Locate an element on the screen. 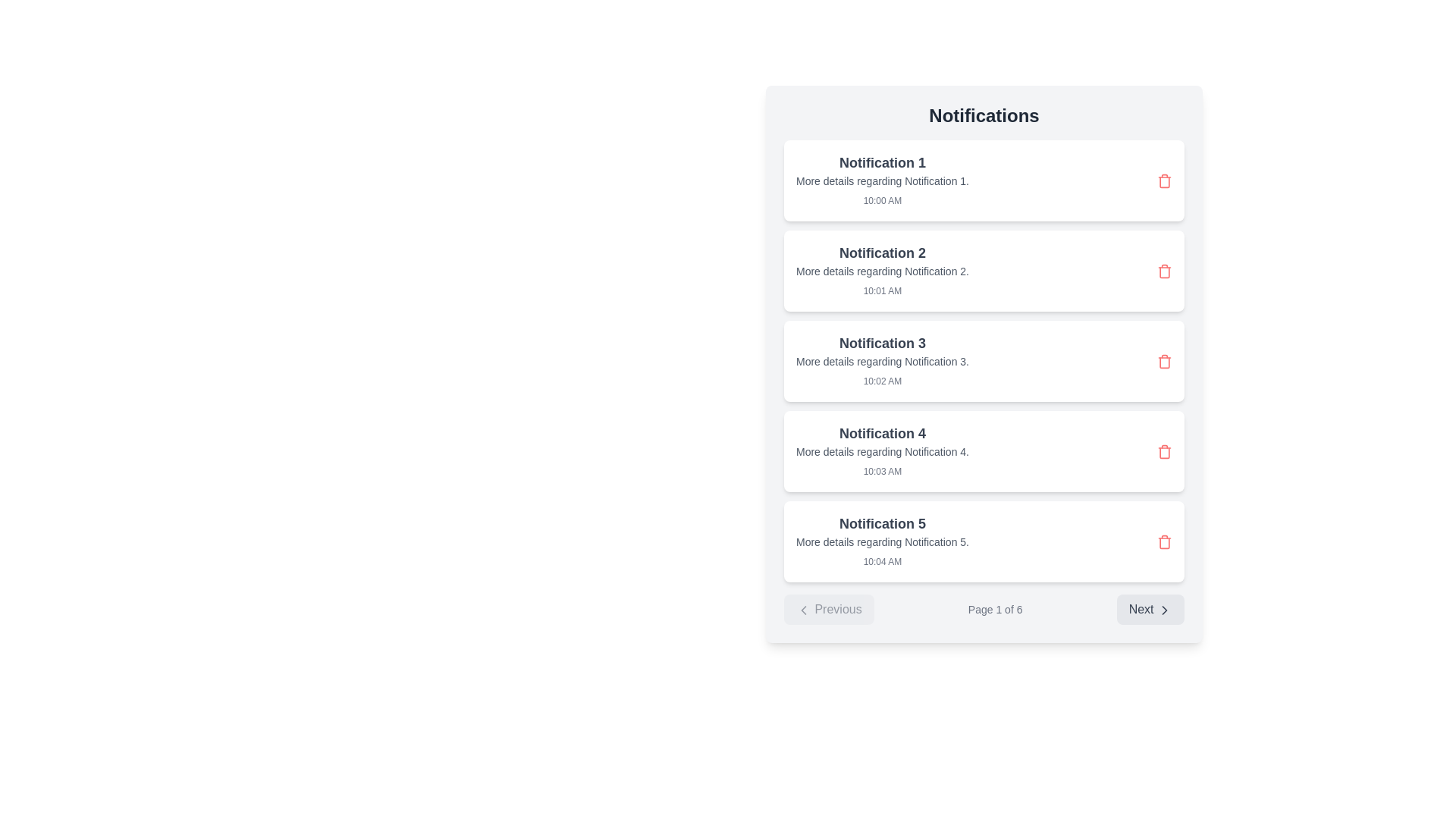  the static text element that shows the timestamp for the third notification, located below 'More details regarding Notification 3.' is located at coordinates (883, 380).